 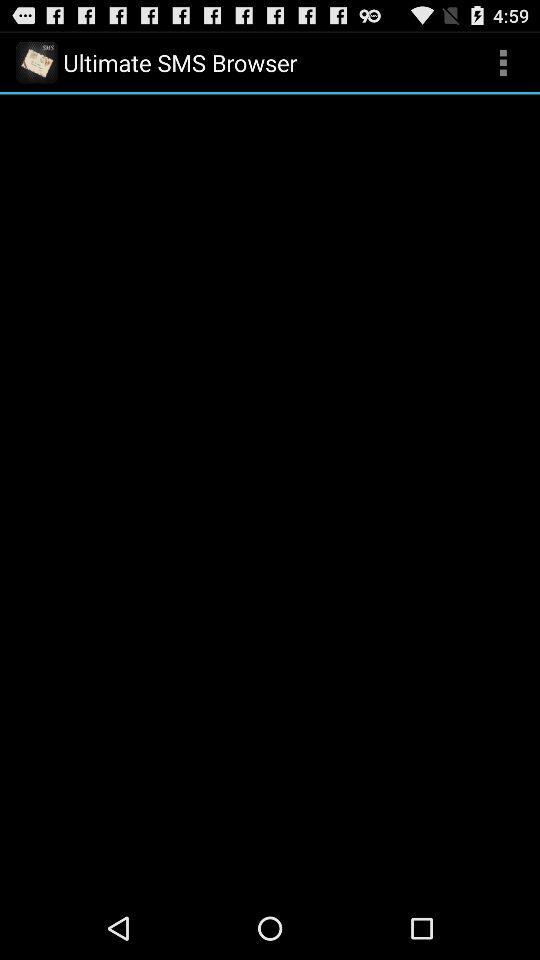 I want to click on icon at the top right corner, so click(x=502, y=62).